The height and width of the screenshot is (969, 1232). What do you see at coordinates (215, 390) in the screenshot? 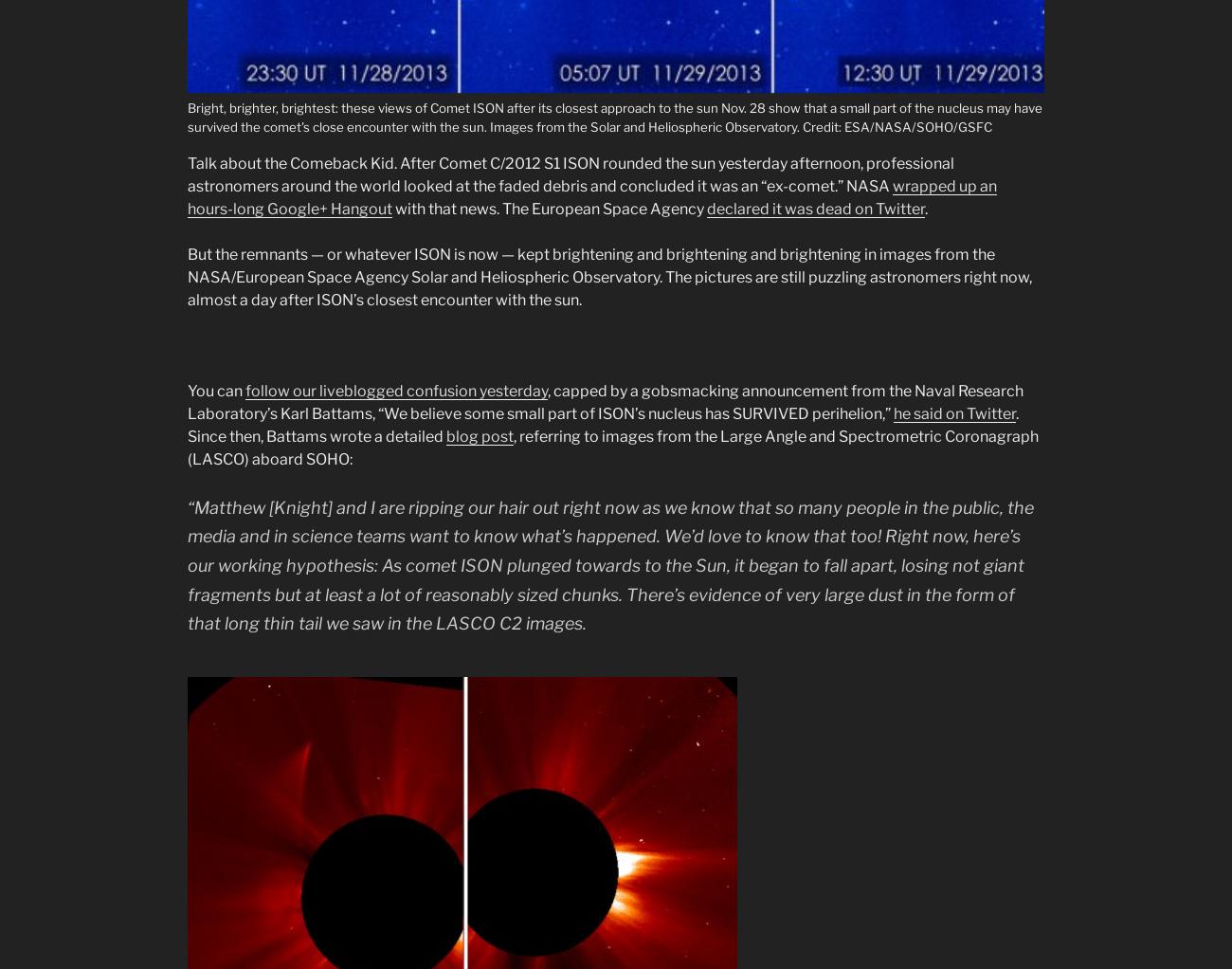
I see `'You can'` at bounding box center [215, 390].